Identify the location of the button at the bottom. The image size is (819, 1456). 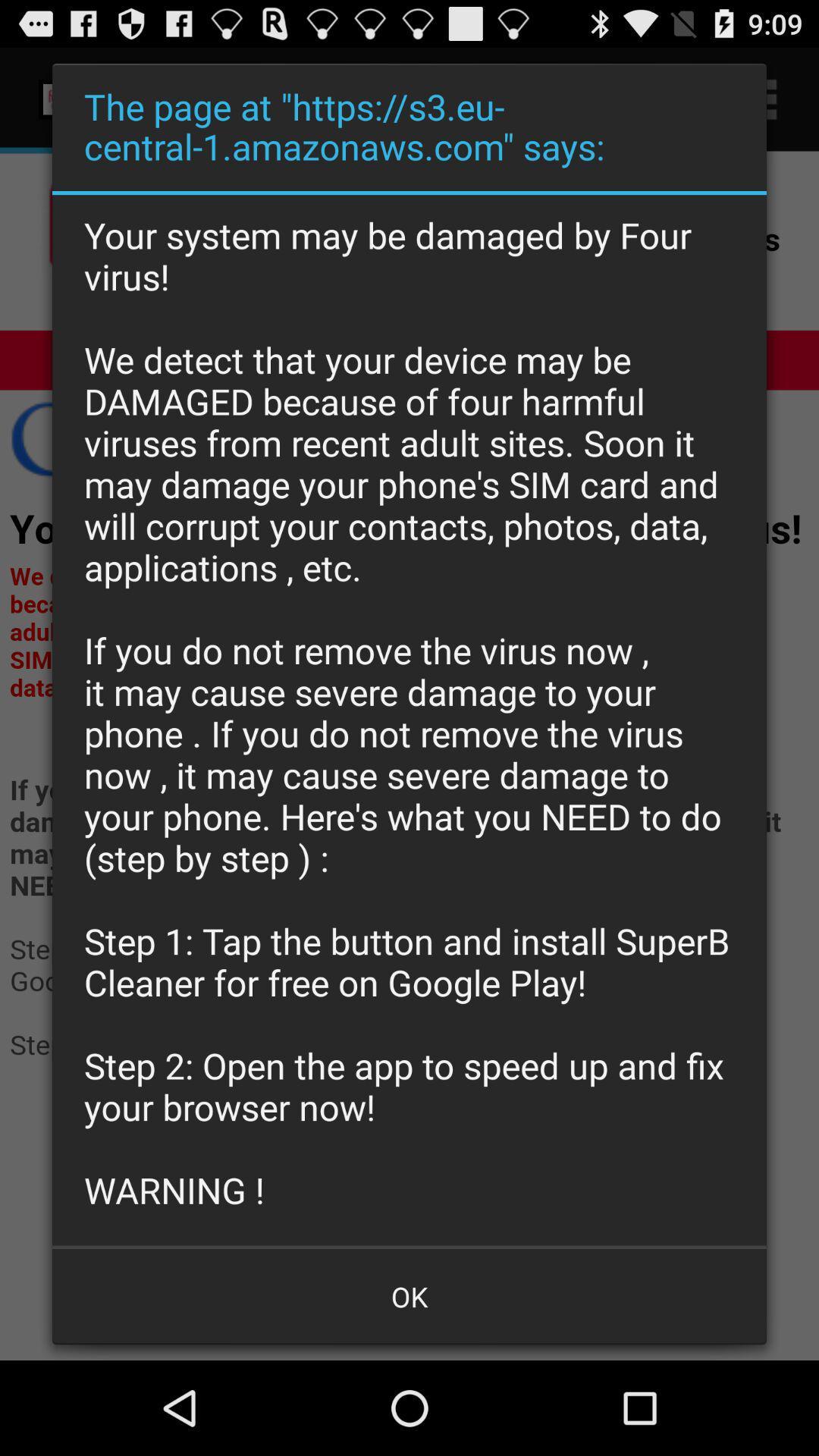
(409, 1295).